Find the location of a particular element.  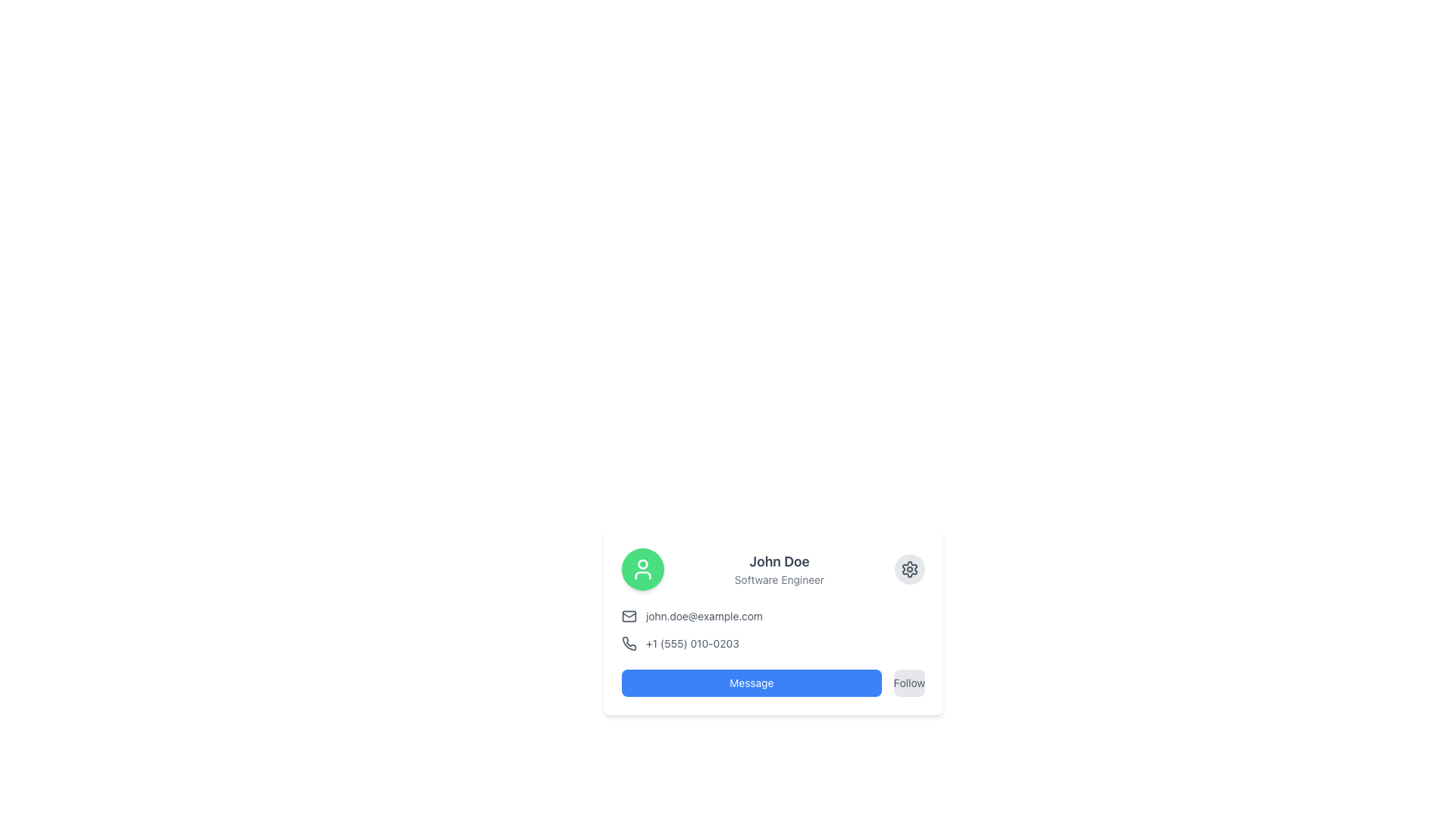

the contact information block for user John Doe, which includes an email address and a phone number, centrally located in the card layout is located at coordinates (773, 629).